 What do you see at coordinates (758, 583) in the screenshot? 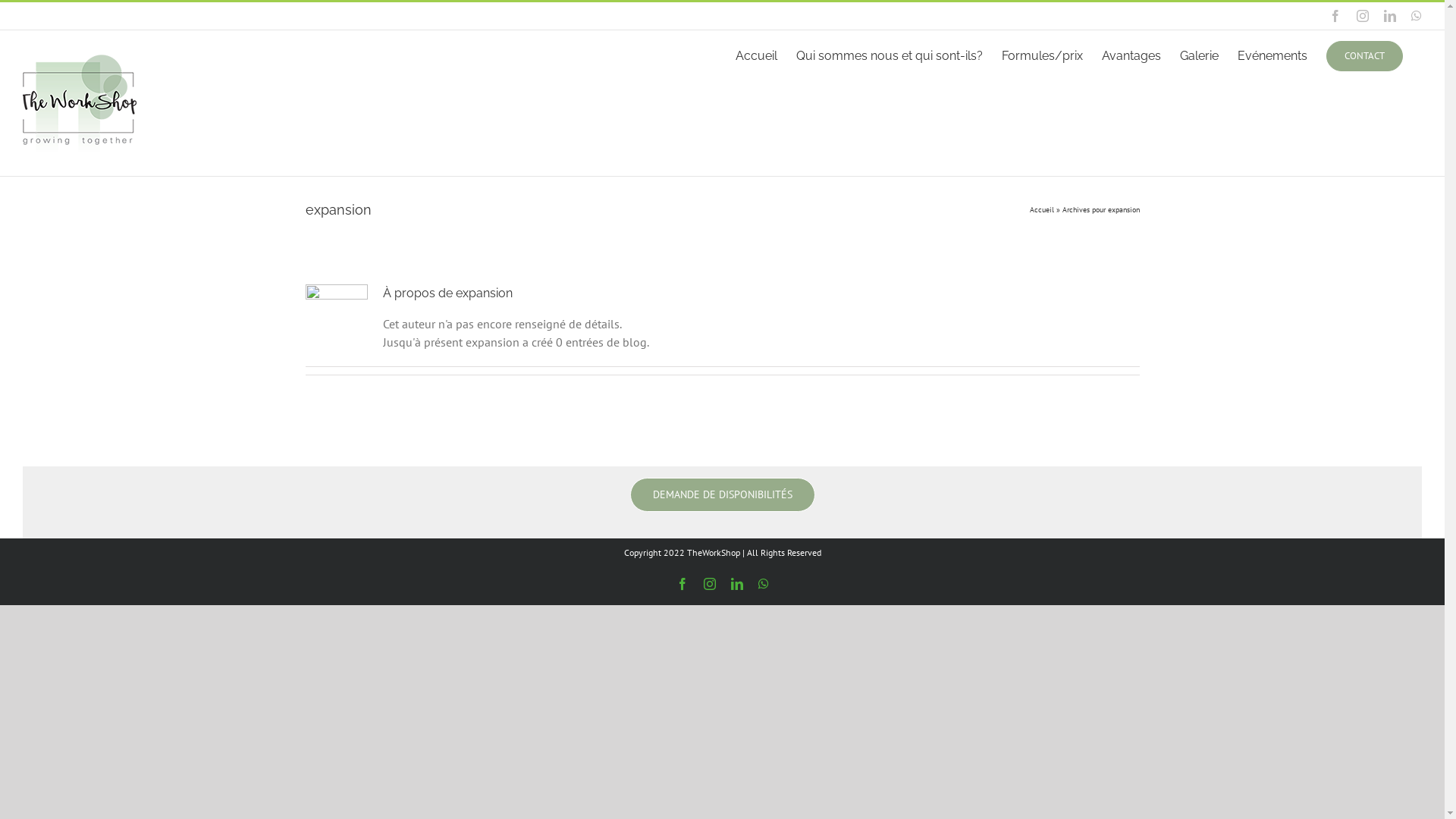
I see `'WhatsApp'` at bounding box center [758, 583].